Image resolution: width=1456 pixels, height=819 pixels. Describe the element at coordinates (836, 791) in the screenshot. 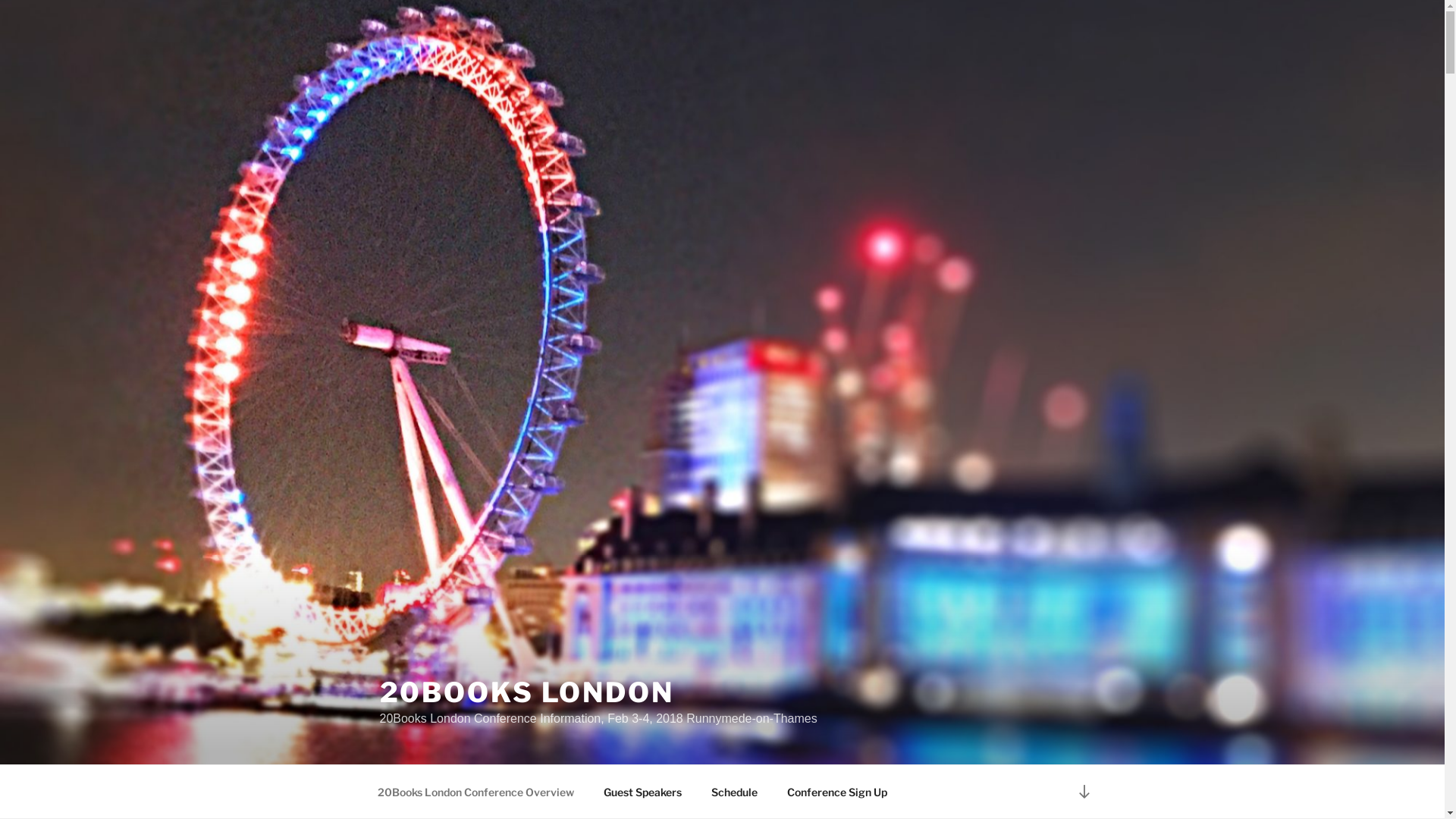

I see `'Conference Sign Up'` at that location.